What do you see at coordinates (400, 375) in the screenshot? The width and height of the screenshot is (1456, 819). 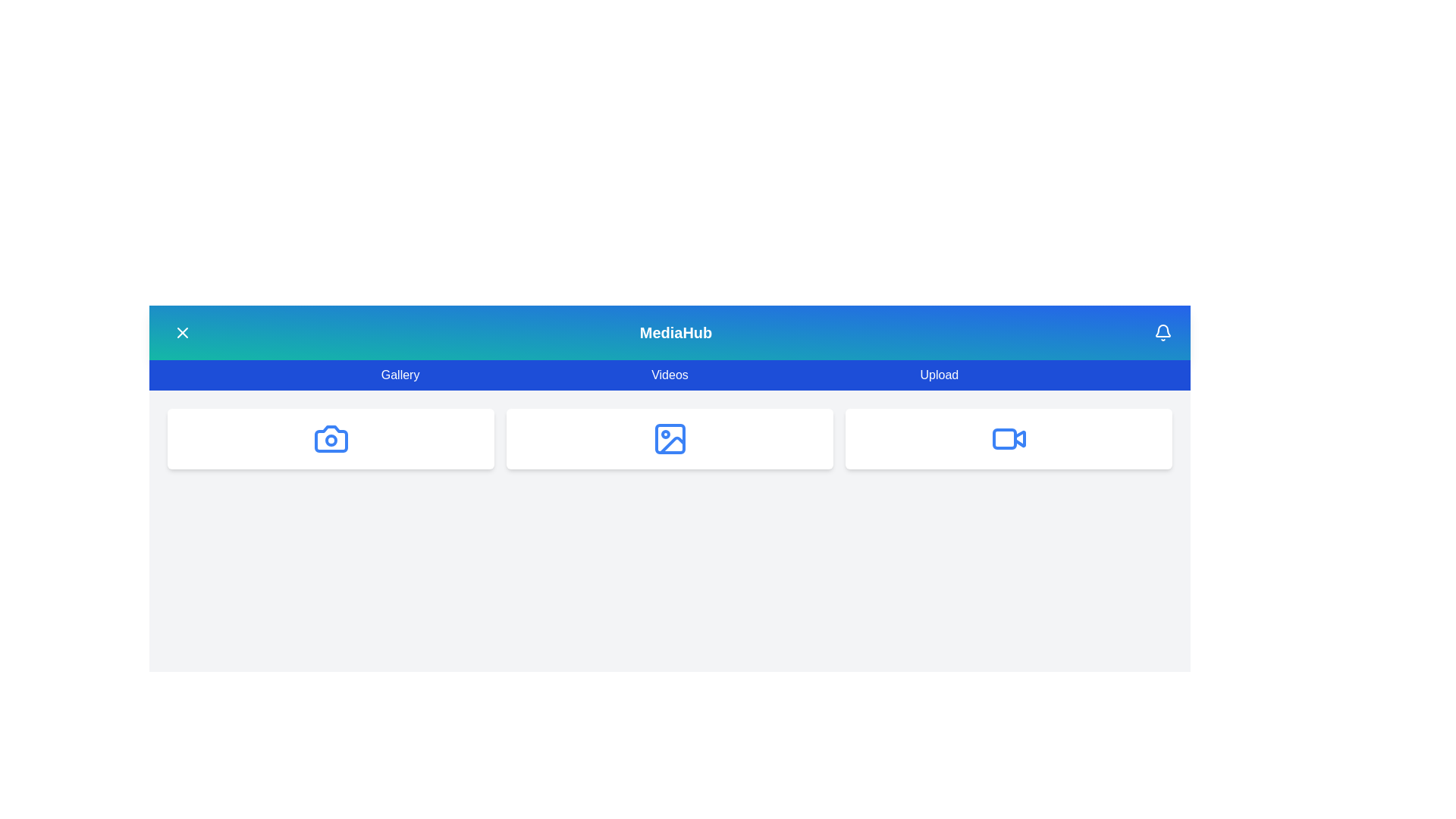 I see `the 'Gallery' link in the navigation bar` at bounding box center [400, 375].